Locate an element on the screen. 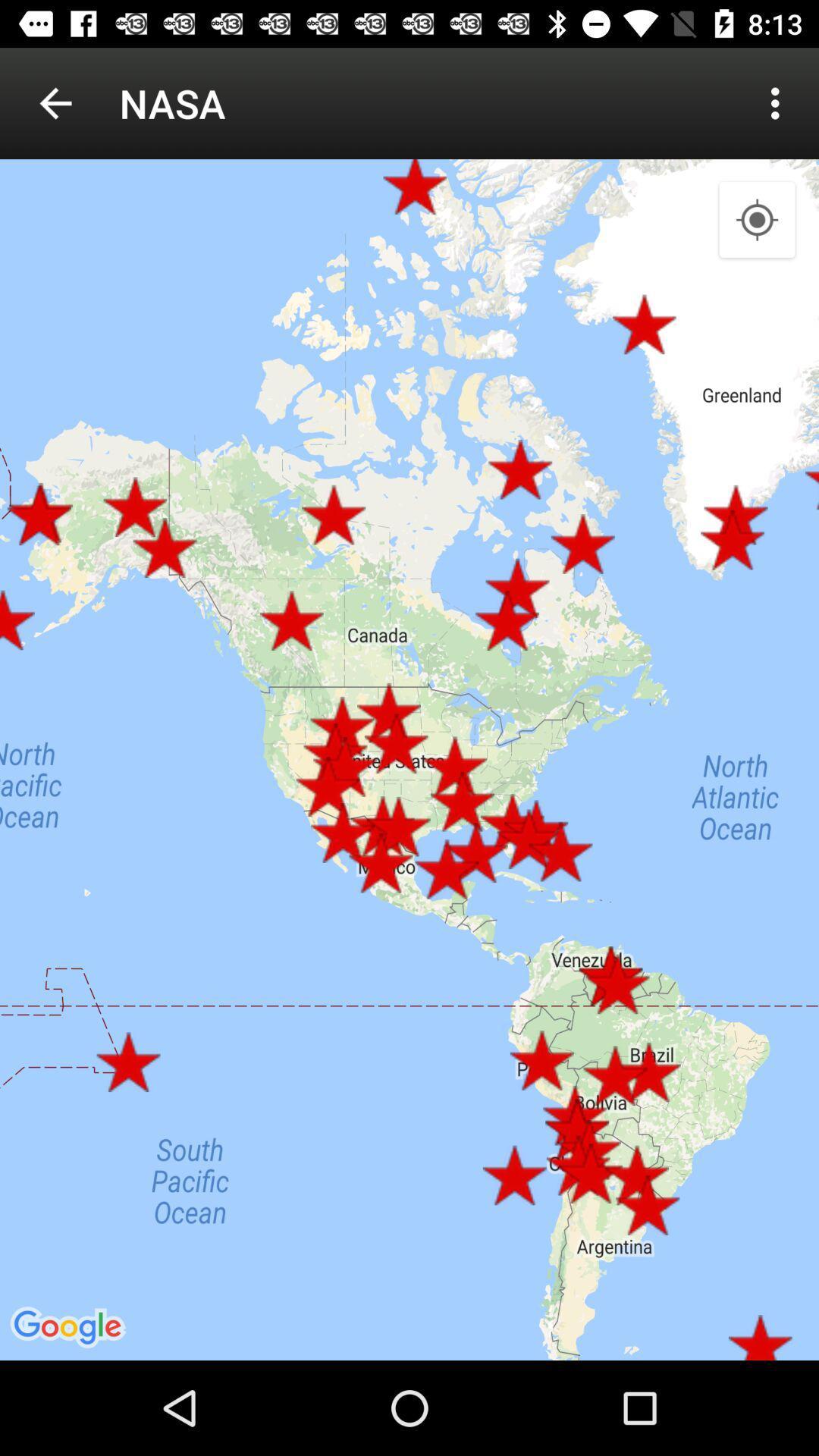 This screenshot has width=819, height=1456. icon next to the nasa item is located at coordinates (55, 102).